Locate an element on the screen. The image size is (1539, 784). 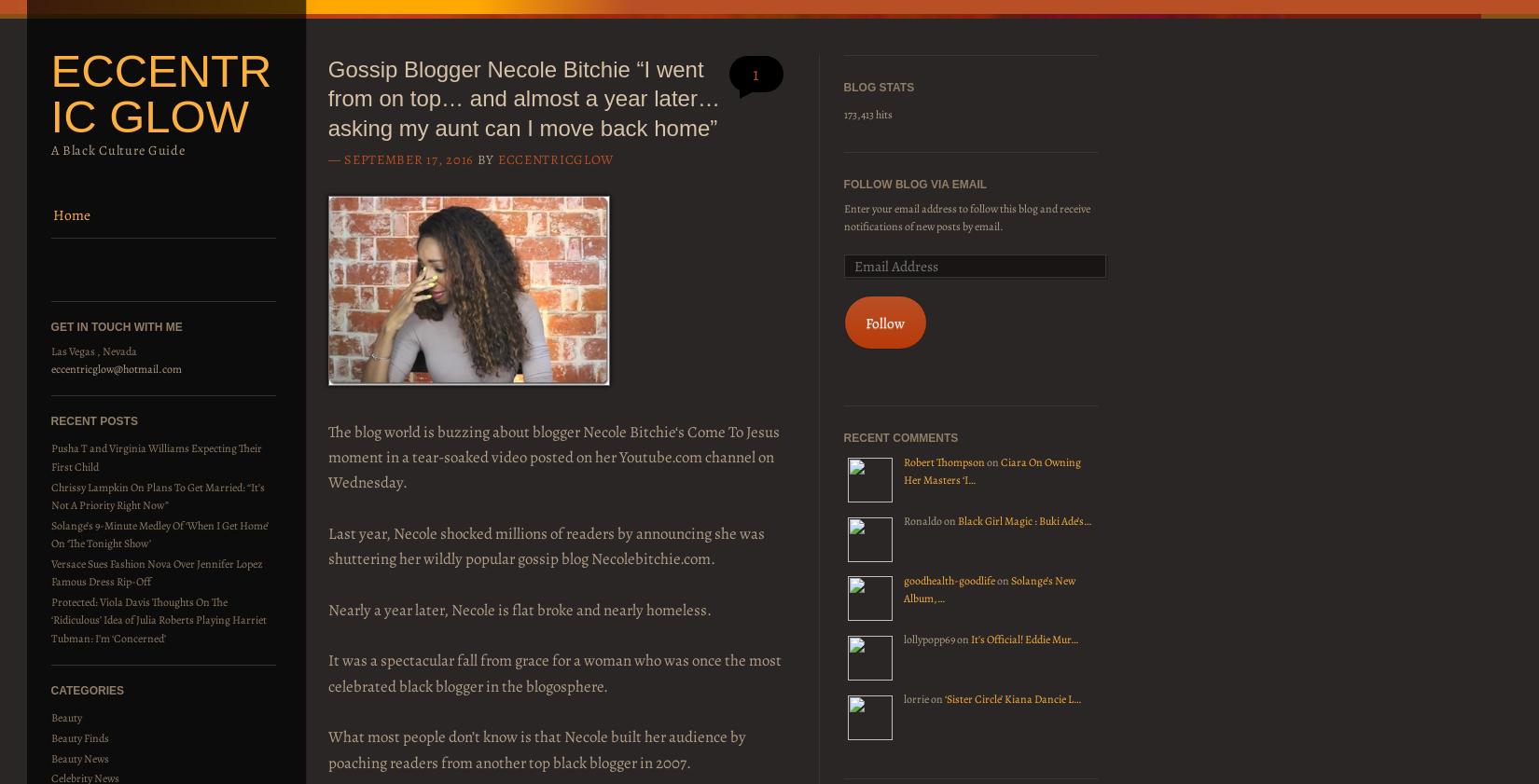
'Beauty Finds' is located at coordinates (78, 736).